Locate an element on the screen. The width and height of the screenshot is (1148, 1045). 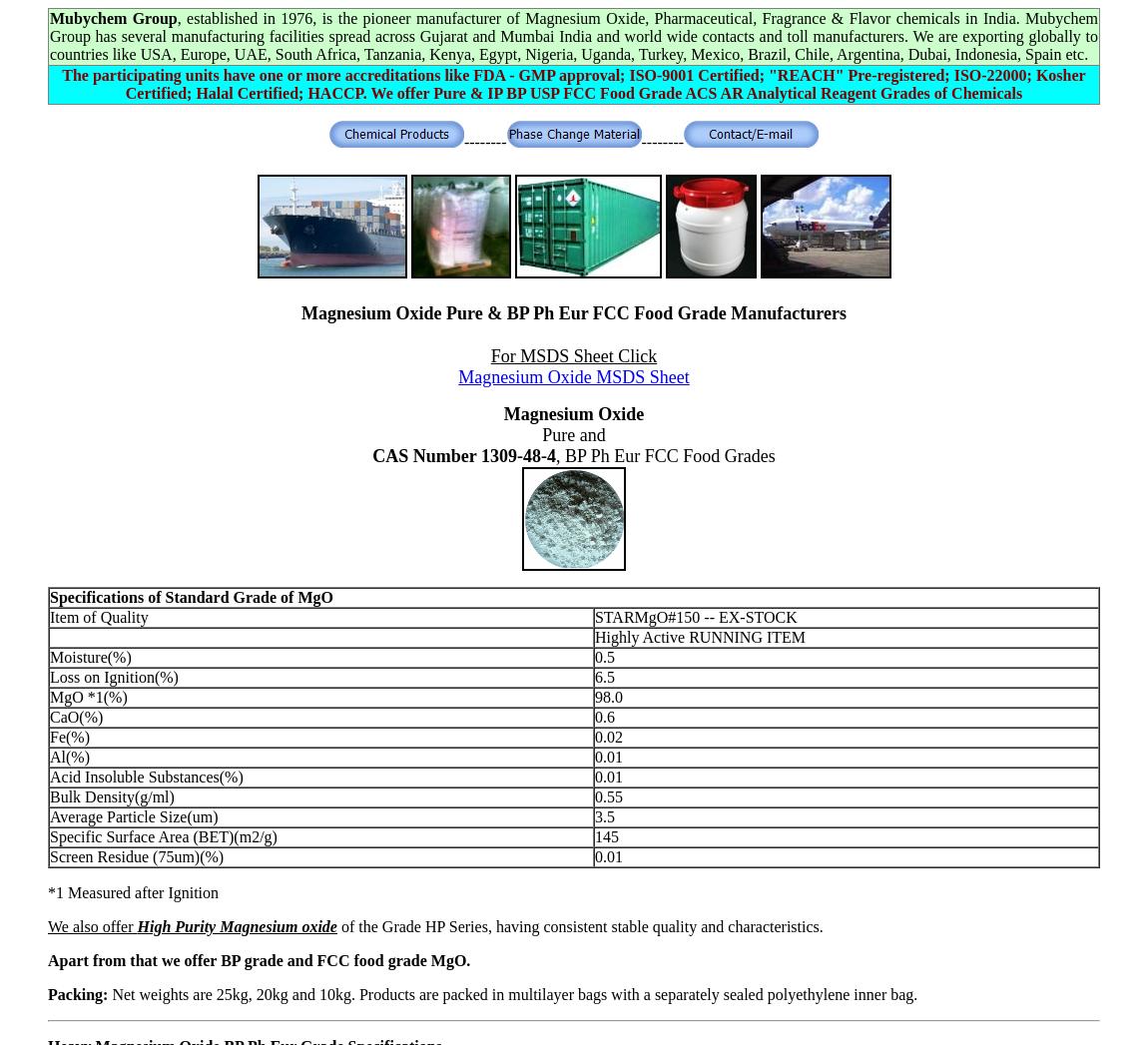
'Pure and' is located at coordinates (573, 434).